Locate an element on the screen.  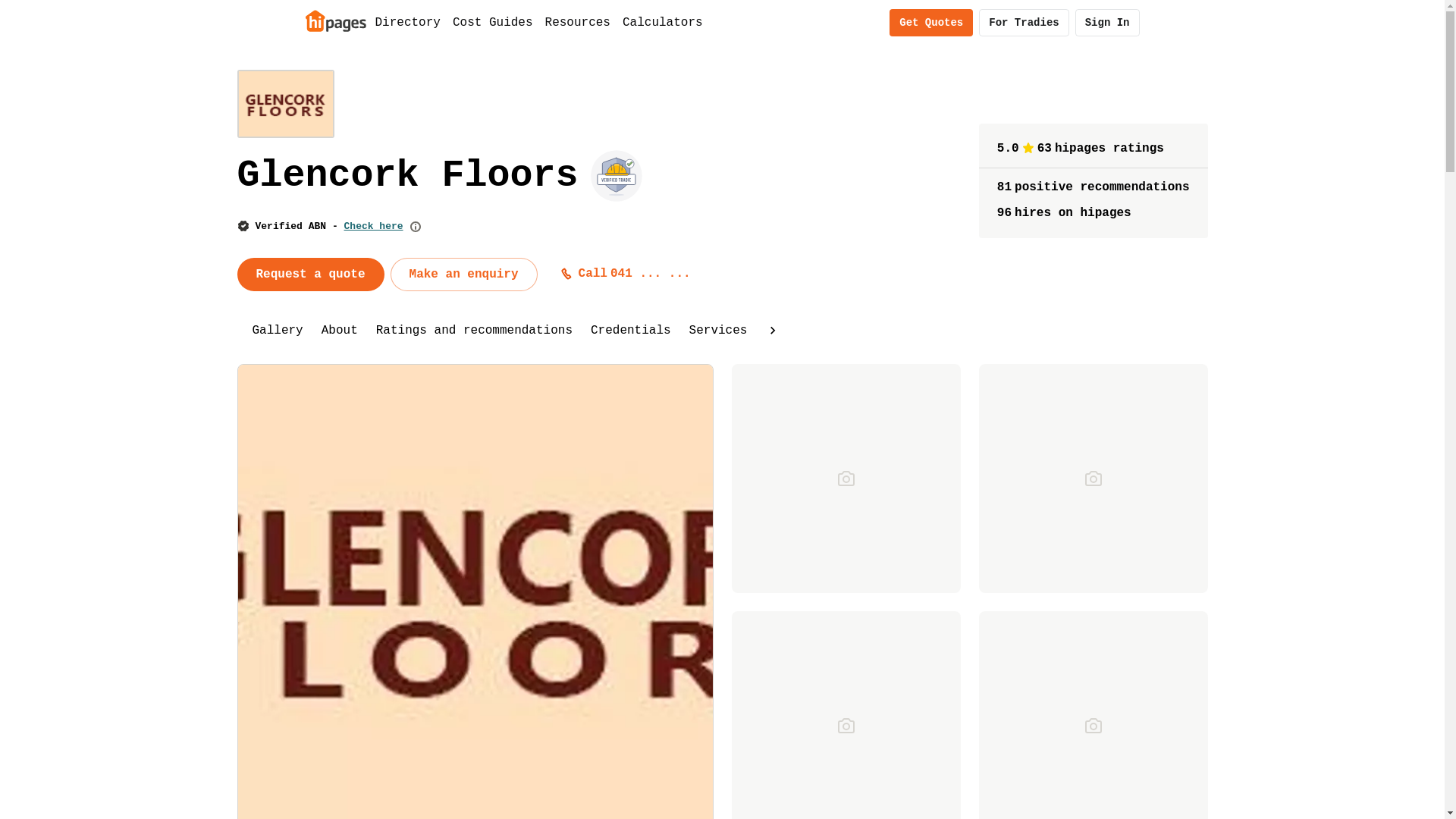
'Gallery' is located at coordinates (277, 329).